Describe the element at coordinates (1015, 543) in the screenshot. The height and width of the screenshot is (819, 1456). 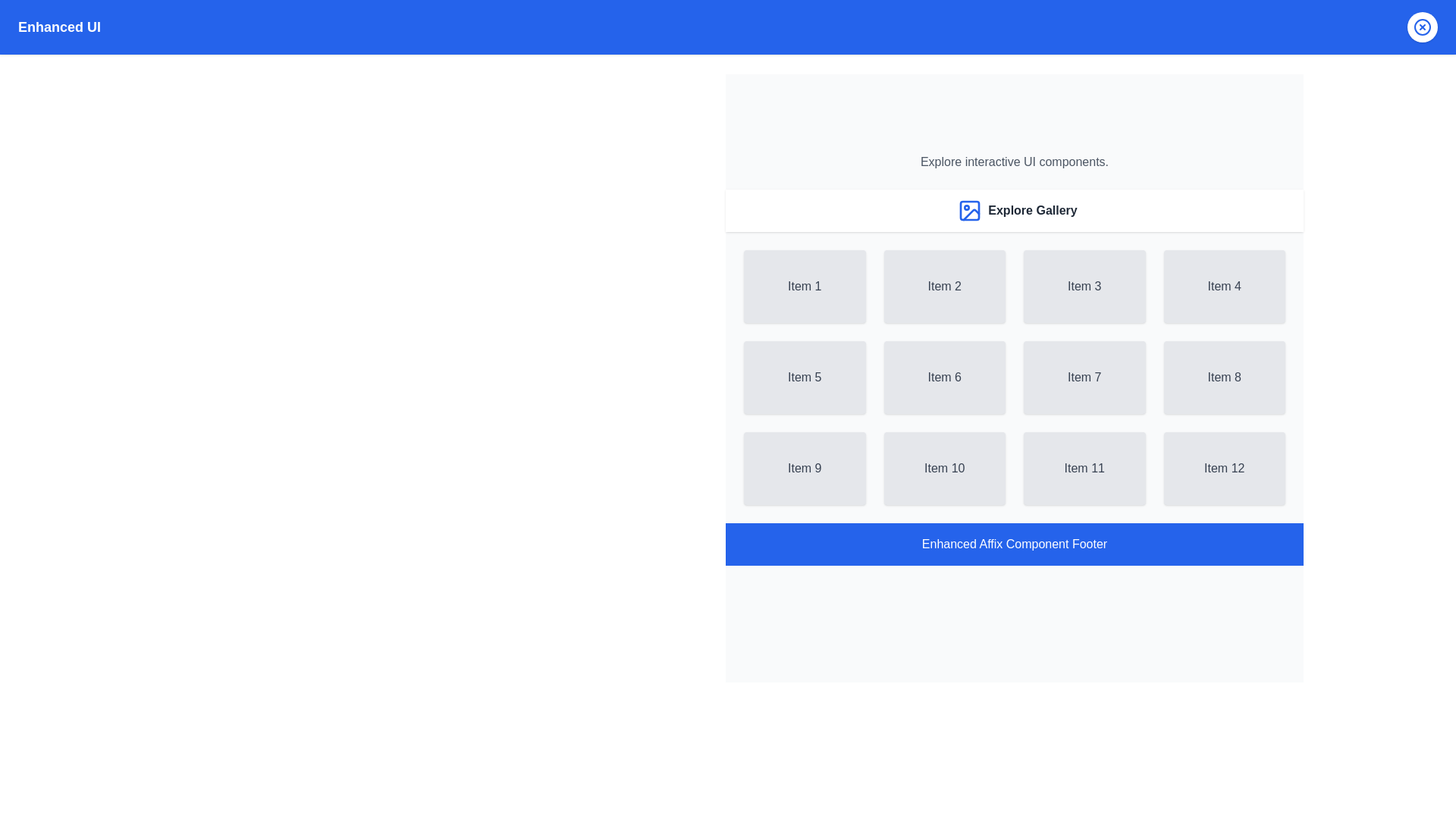
I see `the static footer message text display element located at the bottom edge of the interface, which provides branding or informational context to the user` at that location.